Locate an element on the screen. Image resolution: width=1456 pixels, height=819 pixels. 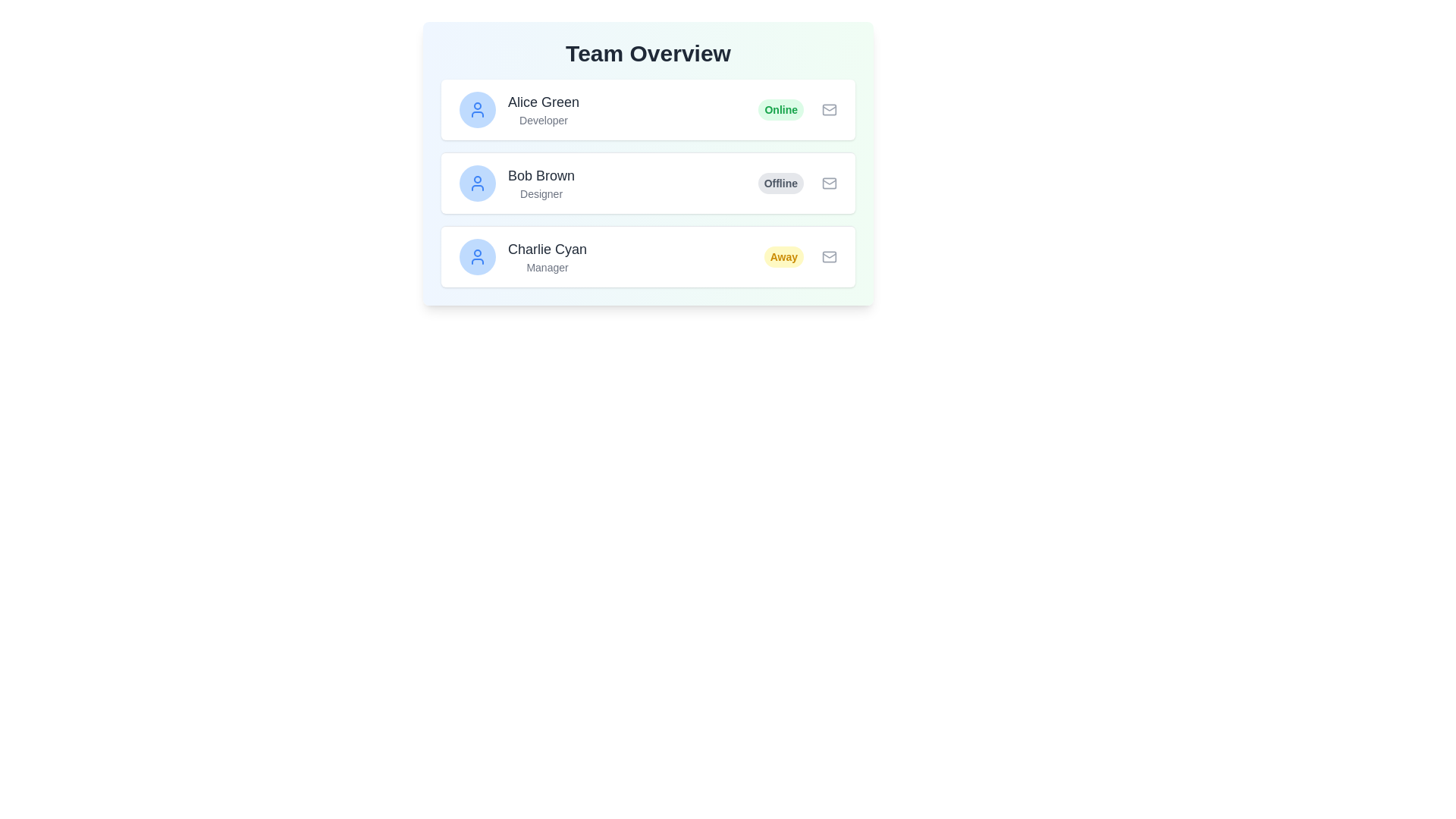
the envelope icon located at the top-right corner of Charlie Cyan's member card in the 'Team Overview' section to interact with email-related functionality is located at coordinates (829, 256).